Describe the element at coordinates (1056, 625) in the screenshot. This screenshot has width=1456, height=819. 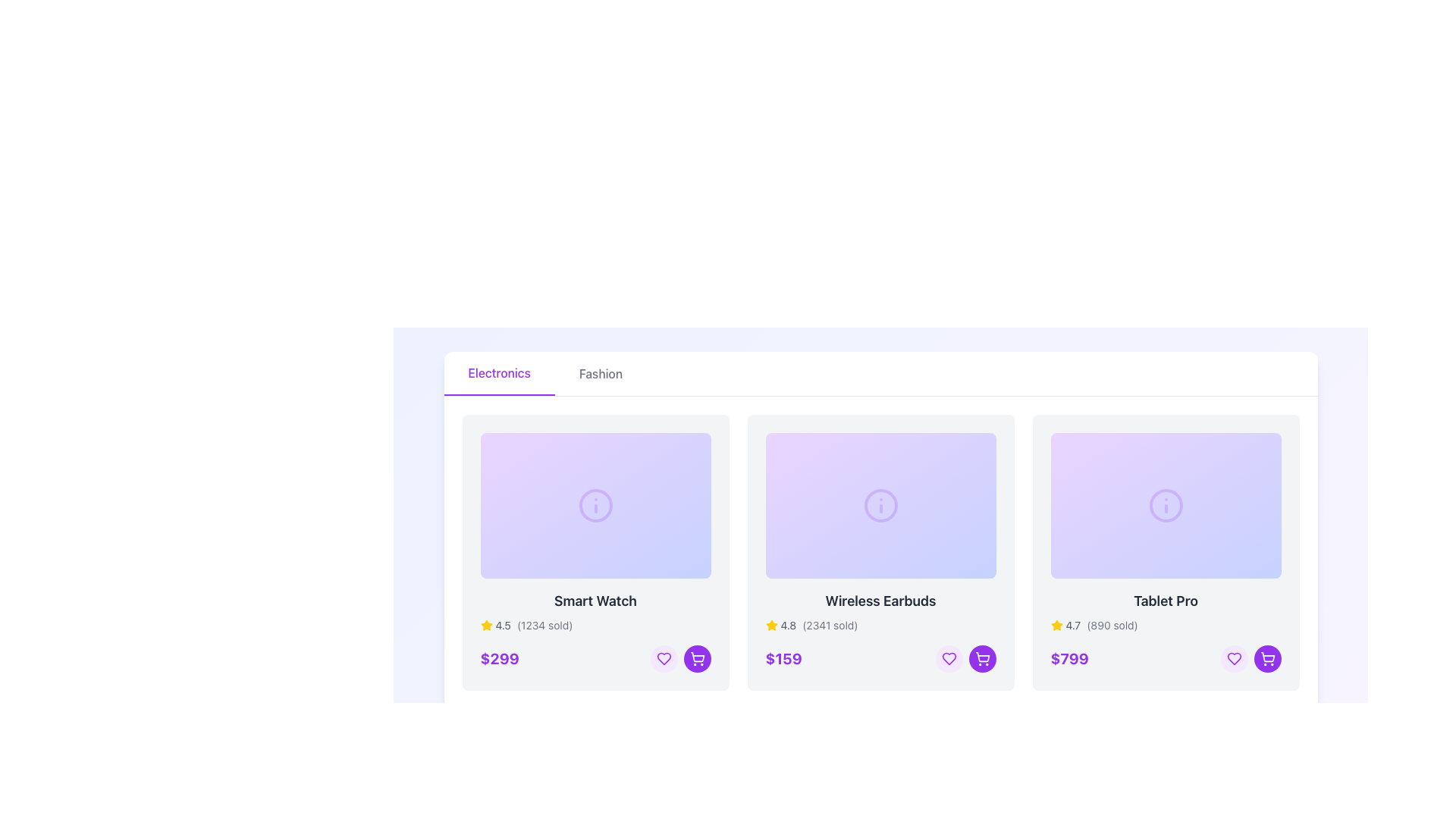
I see `the decorative star icon that represents the product rating for 'Tablet Pro', positioned to the left of the rating text '4.7'` at that location.